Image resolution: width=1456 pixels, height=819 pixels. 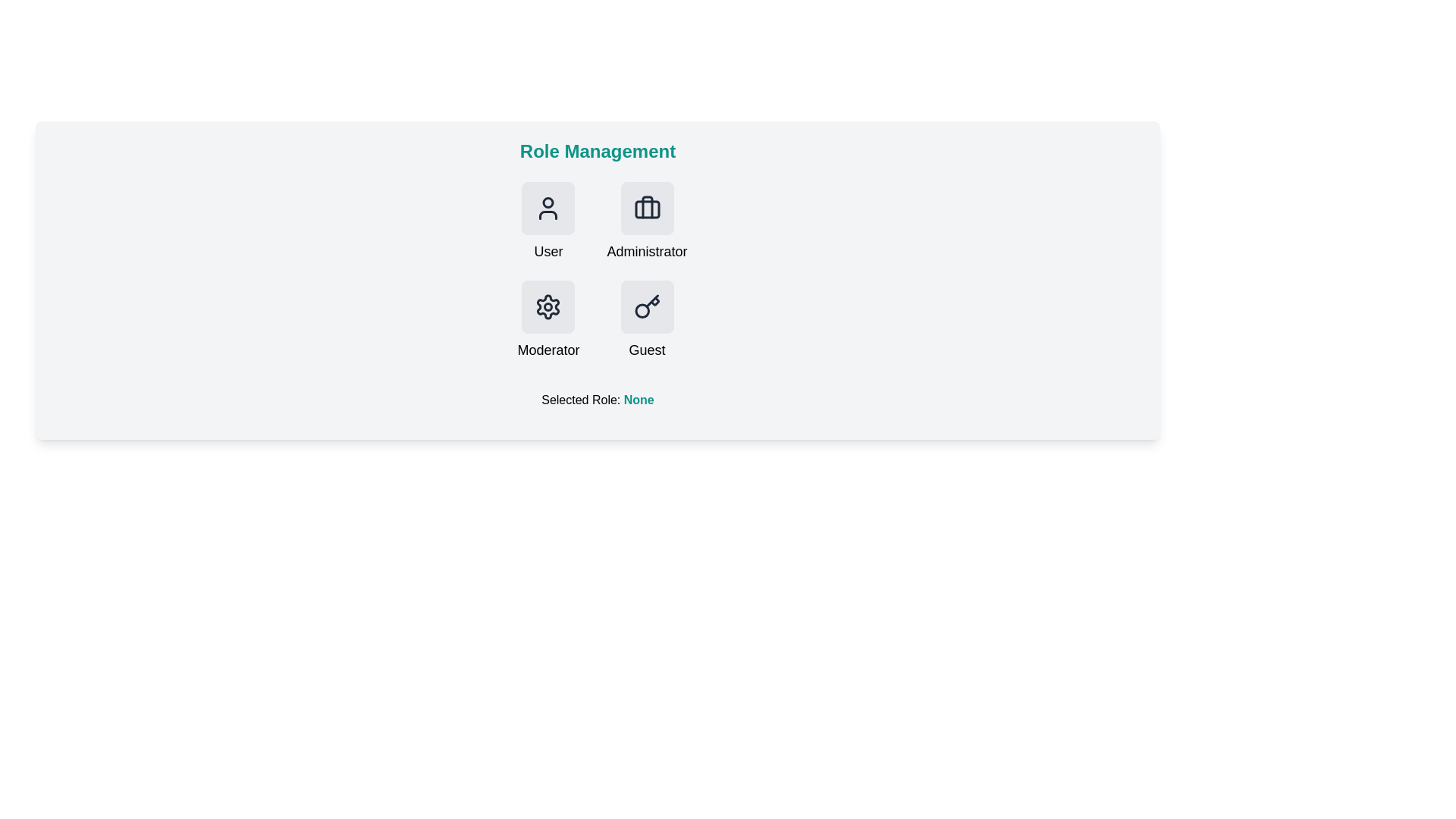 What do you see at coordinates (548, 307) in the screenshot?
I see `the settings icon located in the bottom-left 'Moderator' icon block under the 'Role Management' title` at bounding box center [548, 307].